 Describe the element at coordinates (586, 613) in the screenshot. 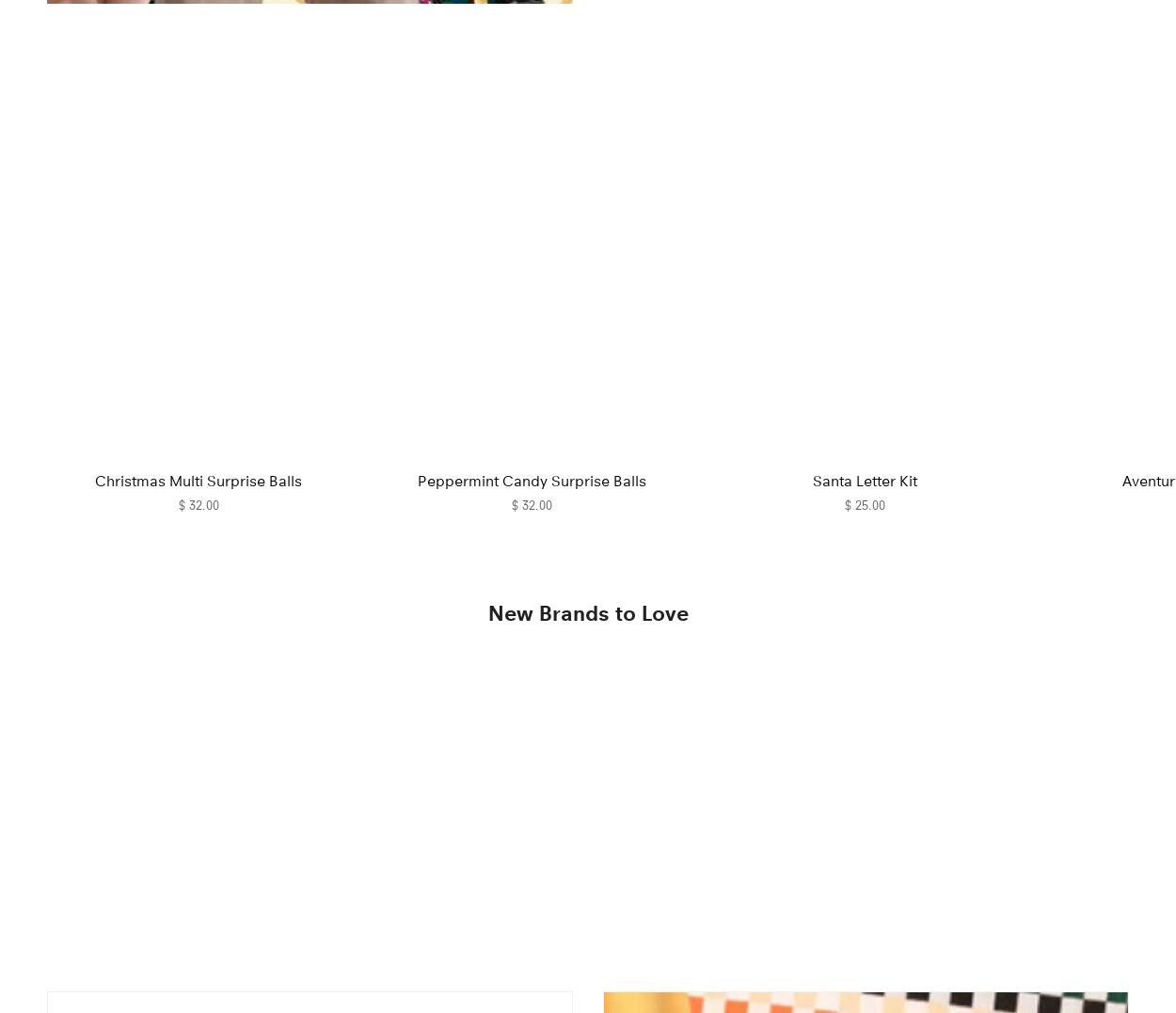

I see `'New Brands to Love'` at that location.